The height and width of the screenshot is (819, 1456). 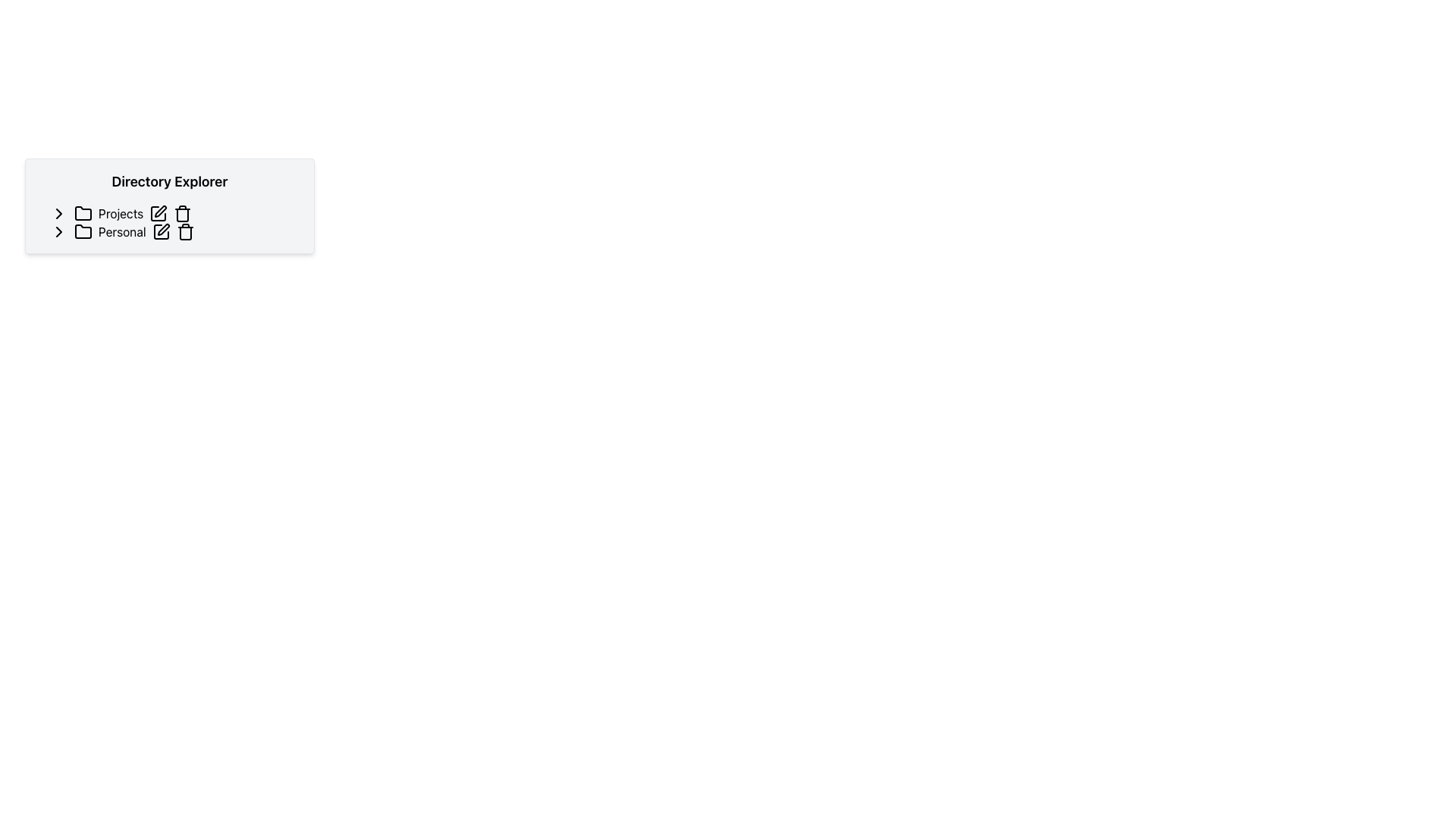 What do you see at coordinates (58, 231) in the screenshot?
I see `the right-facing arrow icon in the 'Directory Explorer' section, located to the left of 'Projects' and 'Personal' entries, which is used for toggling or expanding folder items` at bounding box center [58, 231].